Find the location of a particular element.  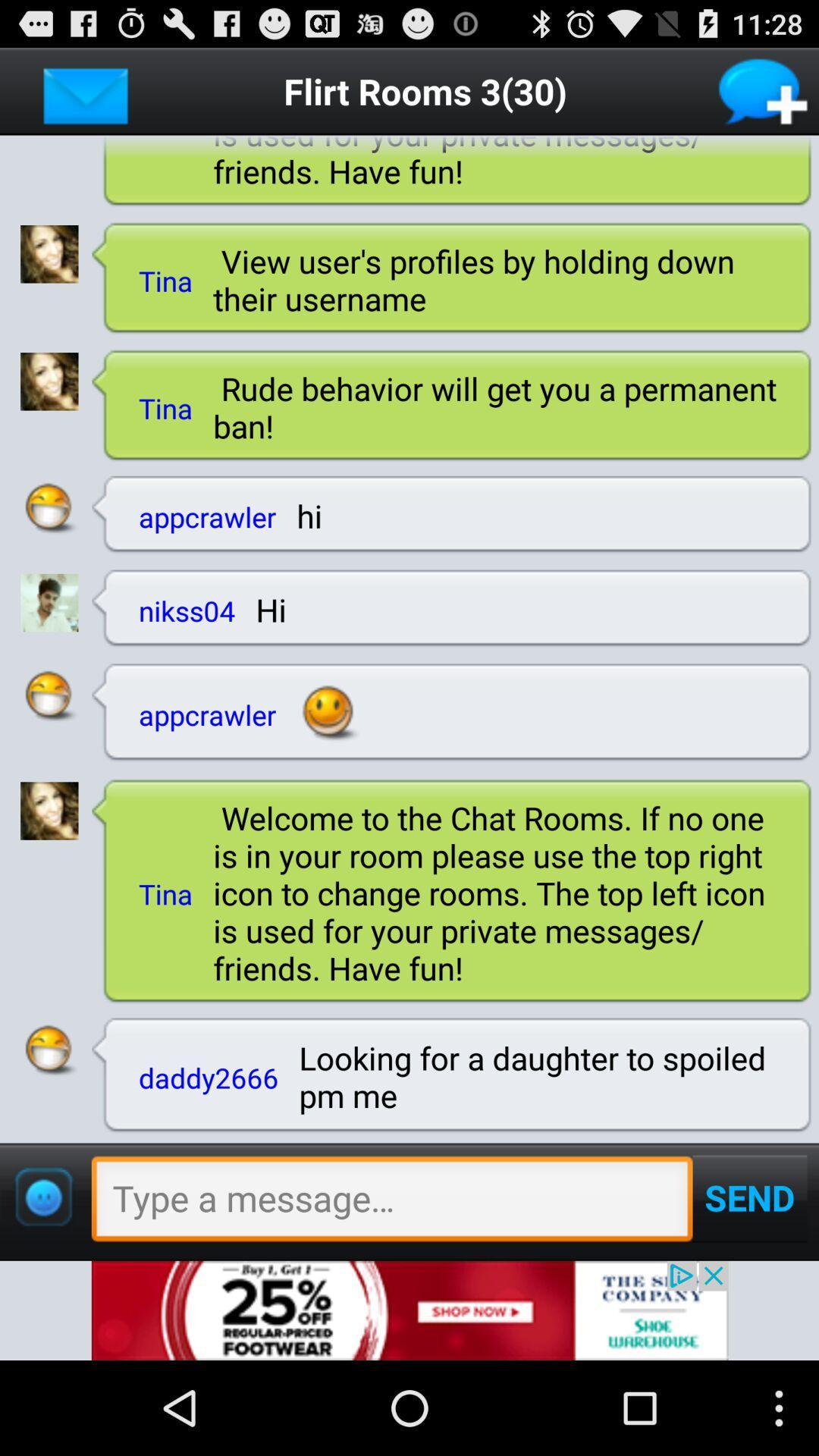

chatting symbol is located at coordinates (49, 695).